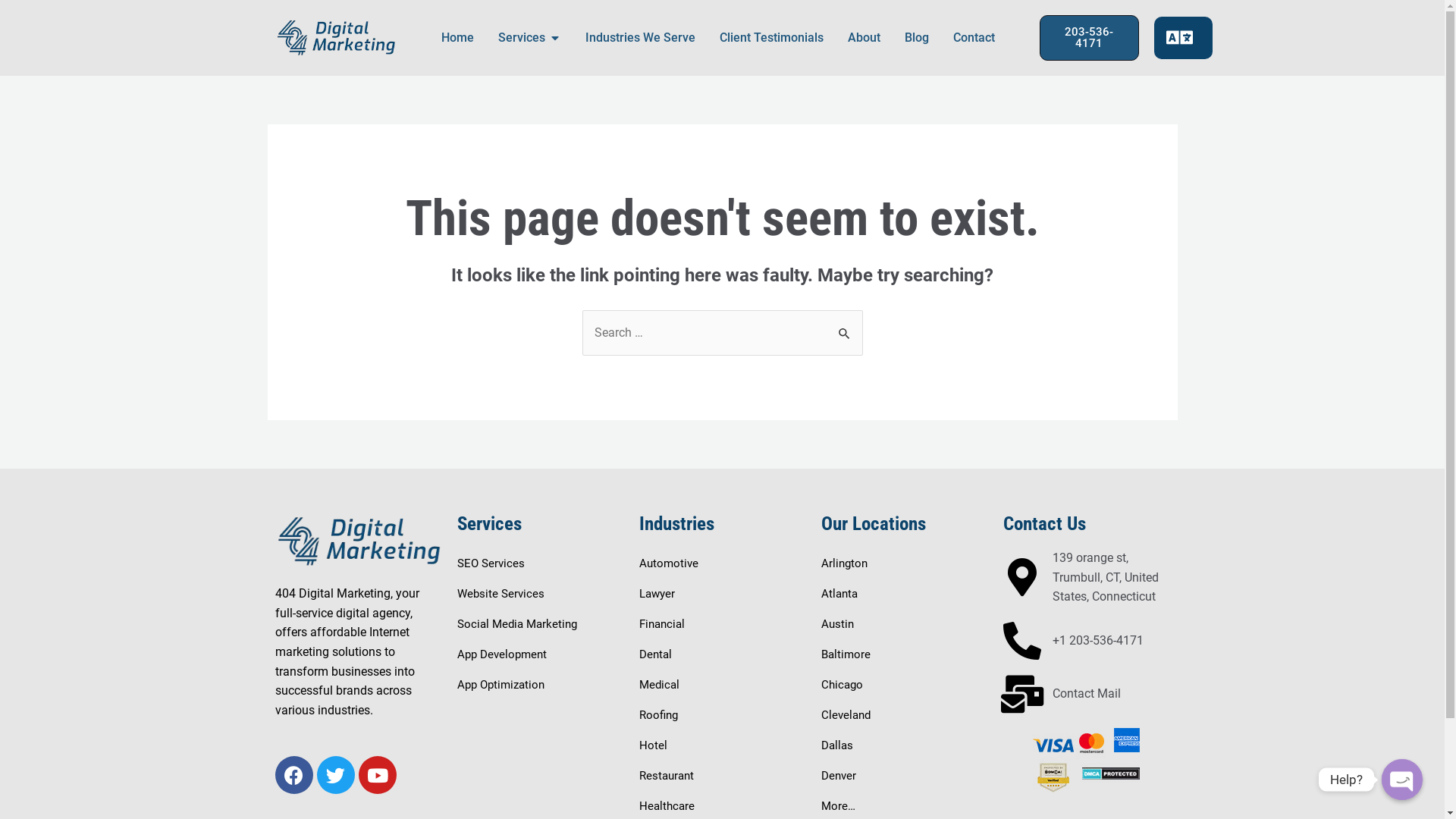  Describe the element at coordinates (490, 563) in the screenshot. I see `'SEO Services'` at that location.